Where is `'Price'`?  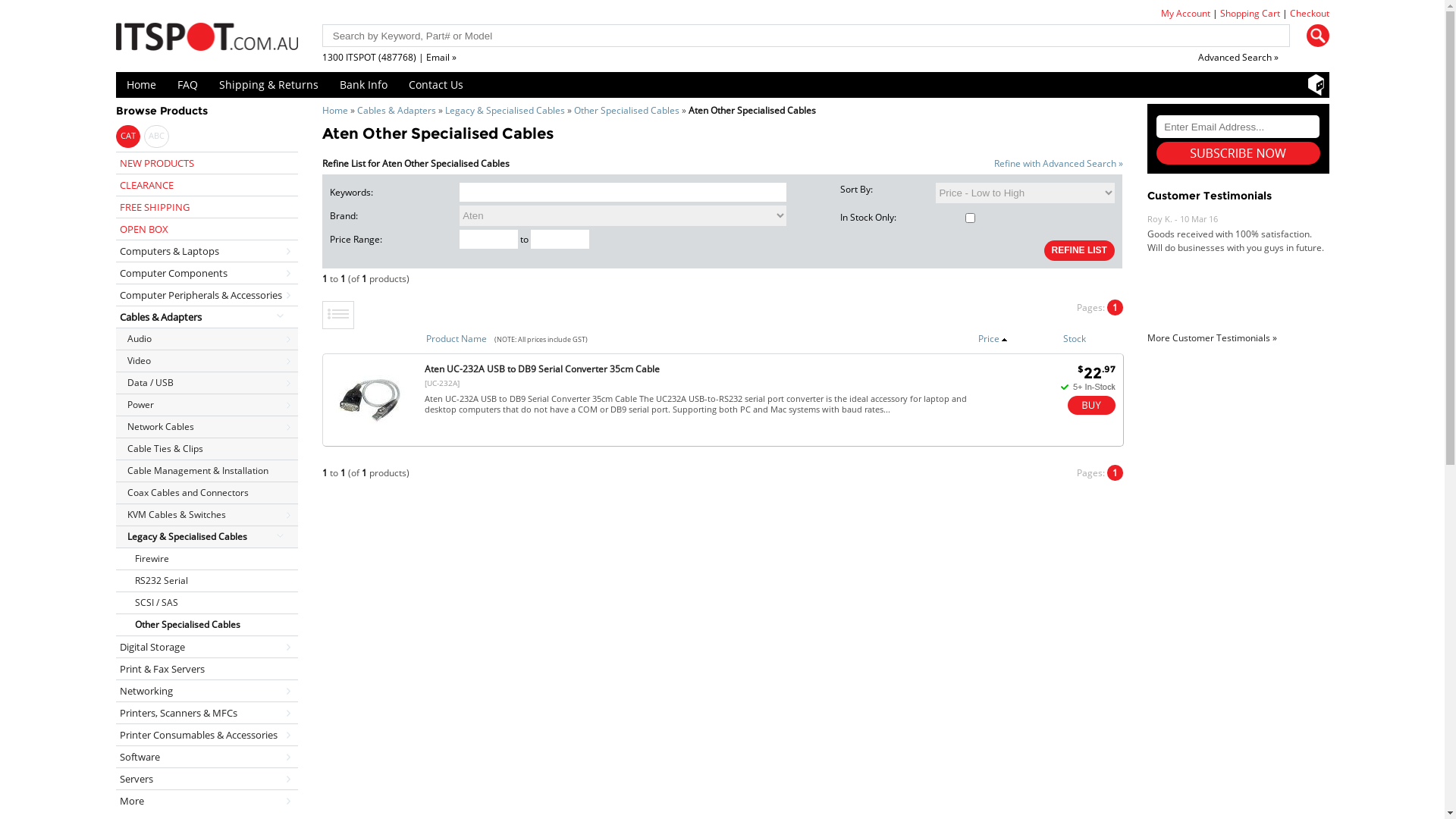
'Price' is located at coordinates (993, 337).